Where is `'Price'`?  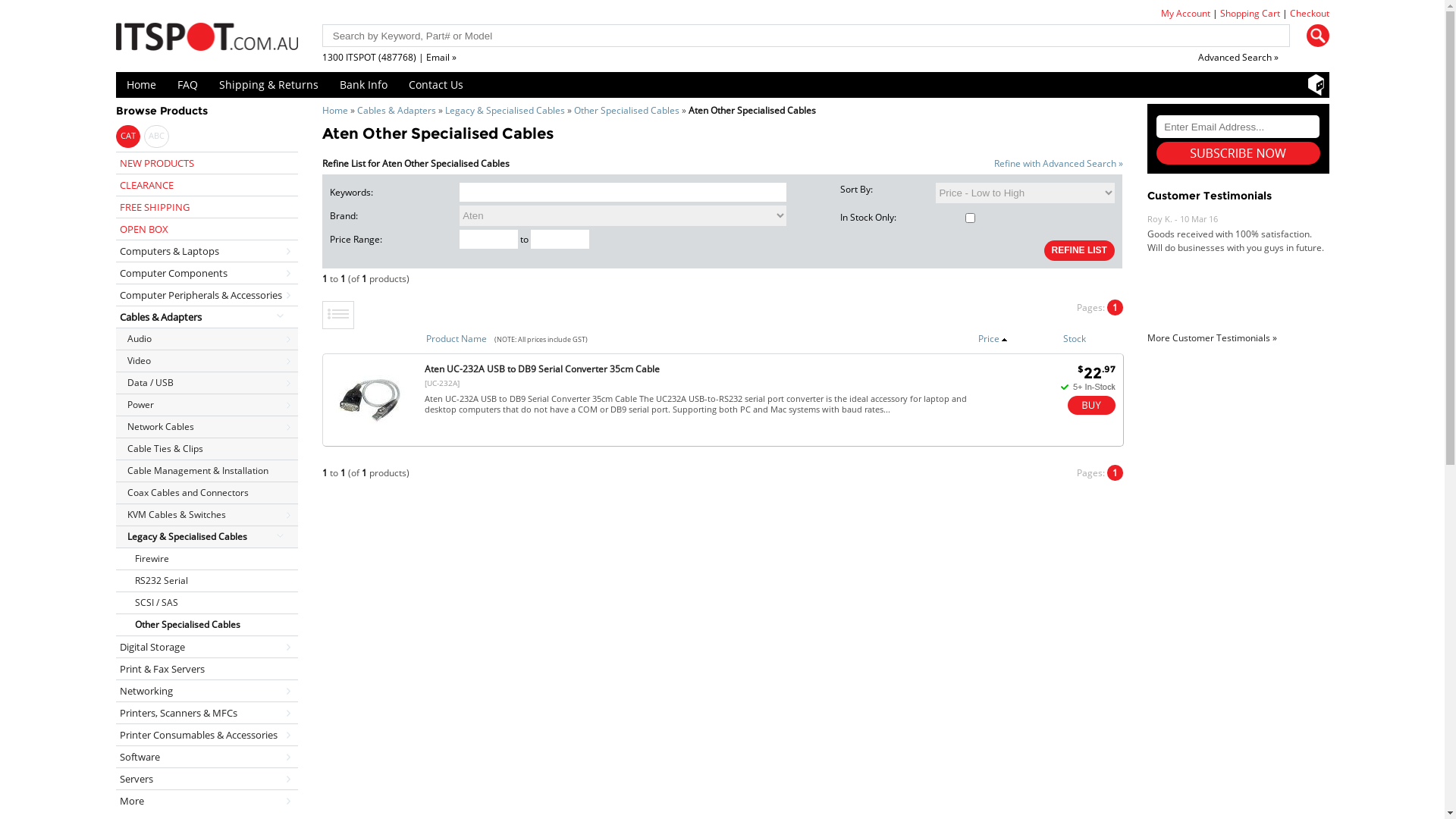
'Price' is located at coordinates (993, 337).